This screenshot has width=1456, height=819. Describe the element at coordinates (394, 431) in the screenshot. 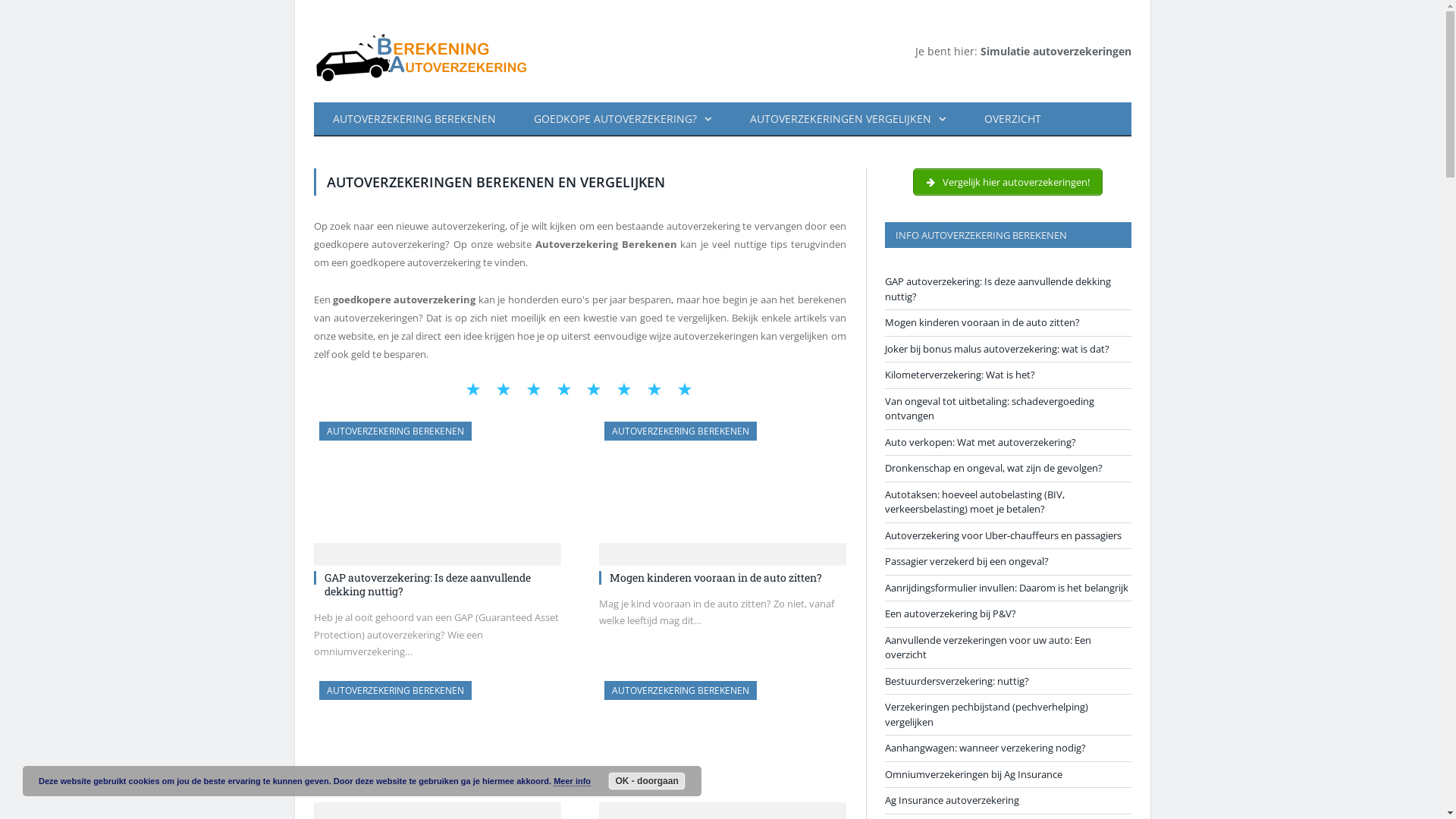

I see `'AUTOVERZEKERING BEREKENEN'` at that location.